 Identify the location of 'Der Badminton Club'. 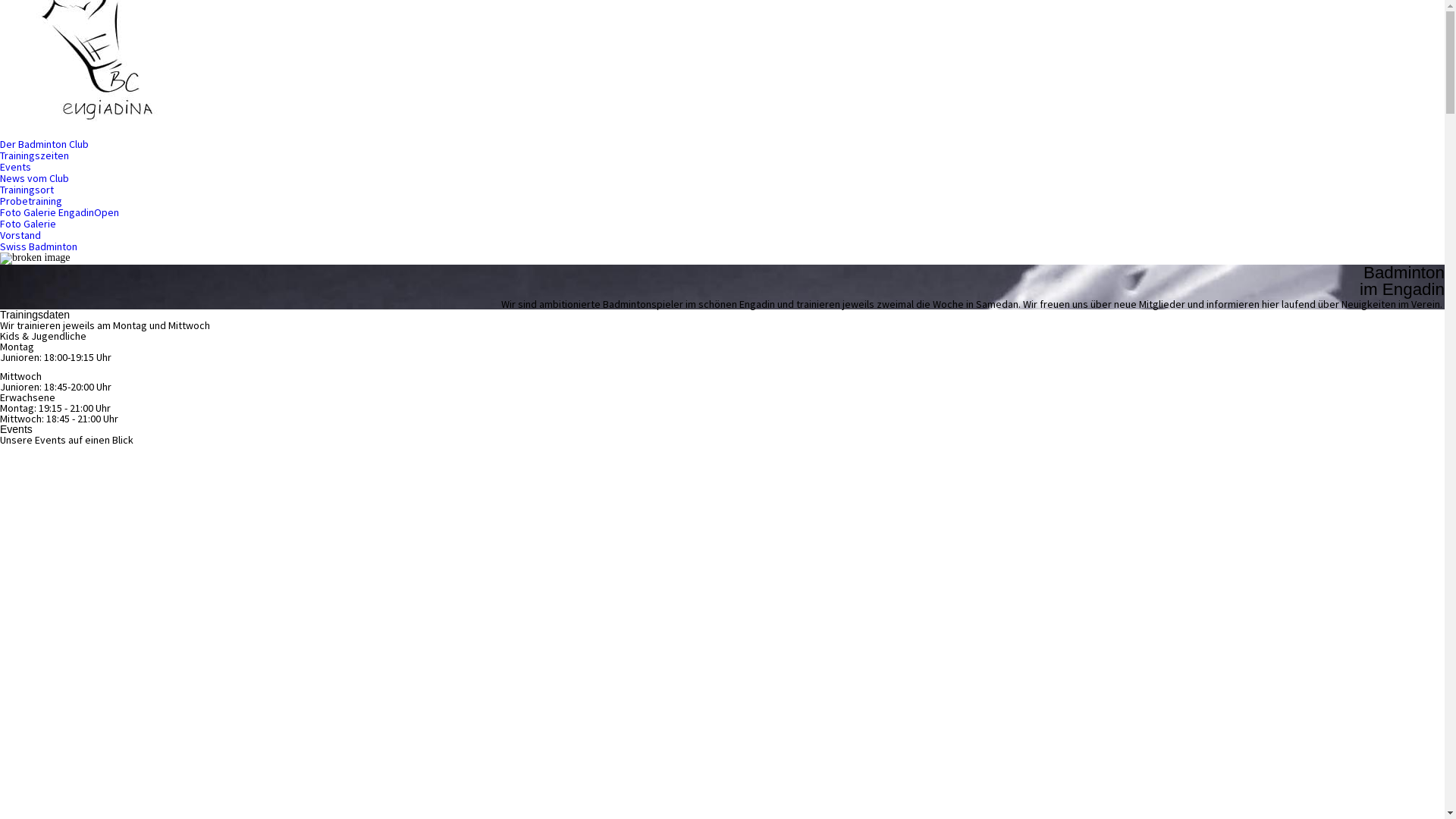
(0, 144).